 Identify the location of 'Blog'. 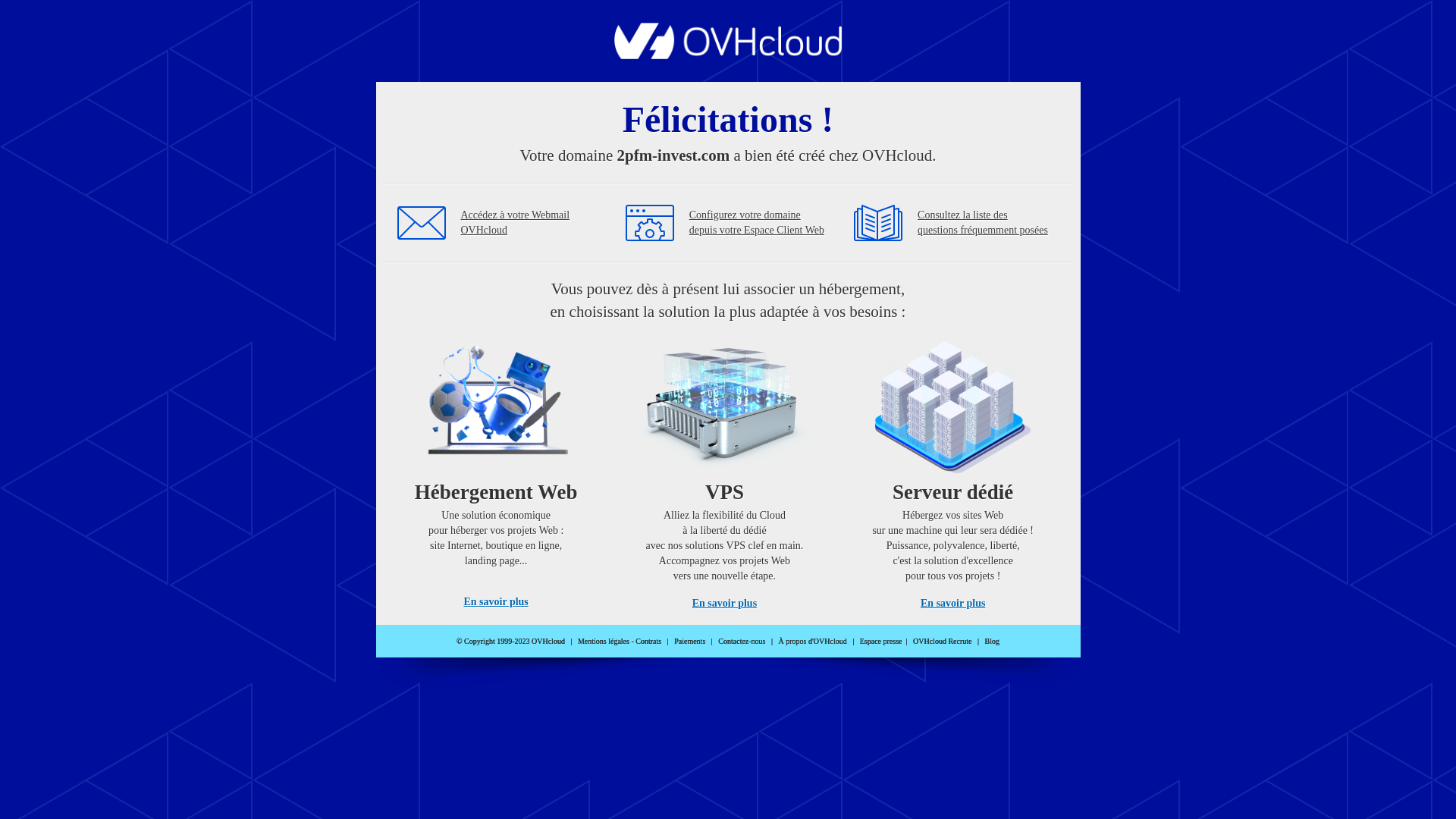
(992, 641).